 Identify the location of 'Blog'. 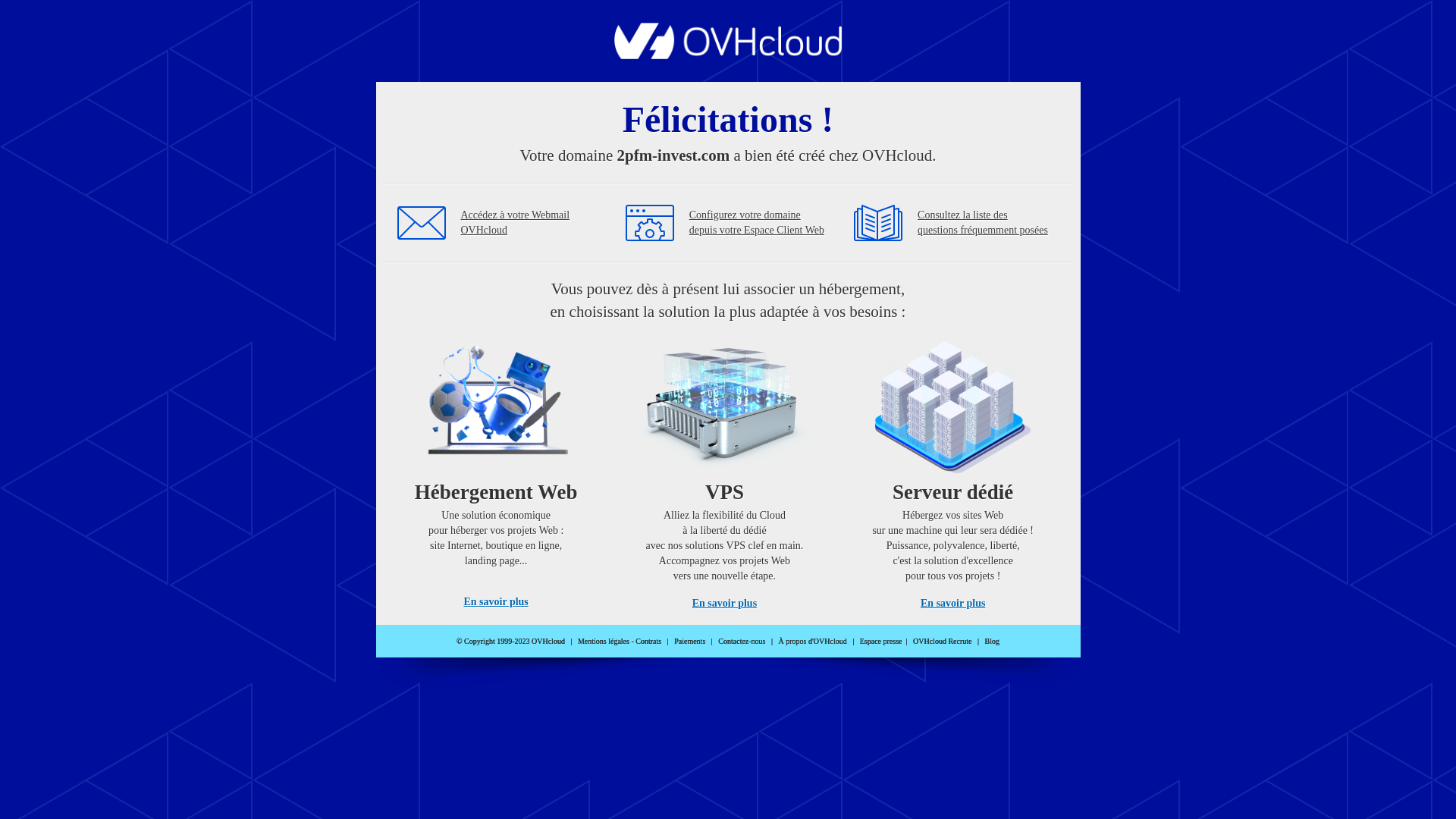
(992, 641).